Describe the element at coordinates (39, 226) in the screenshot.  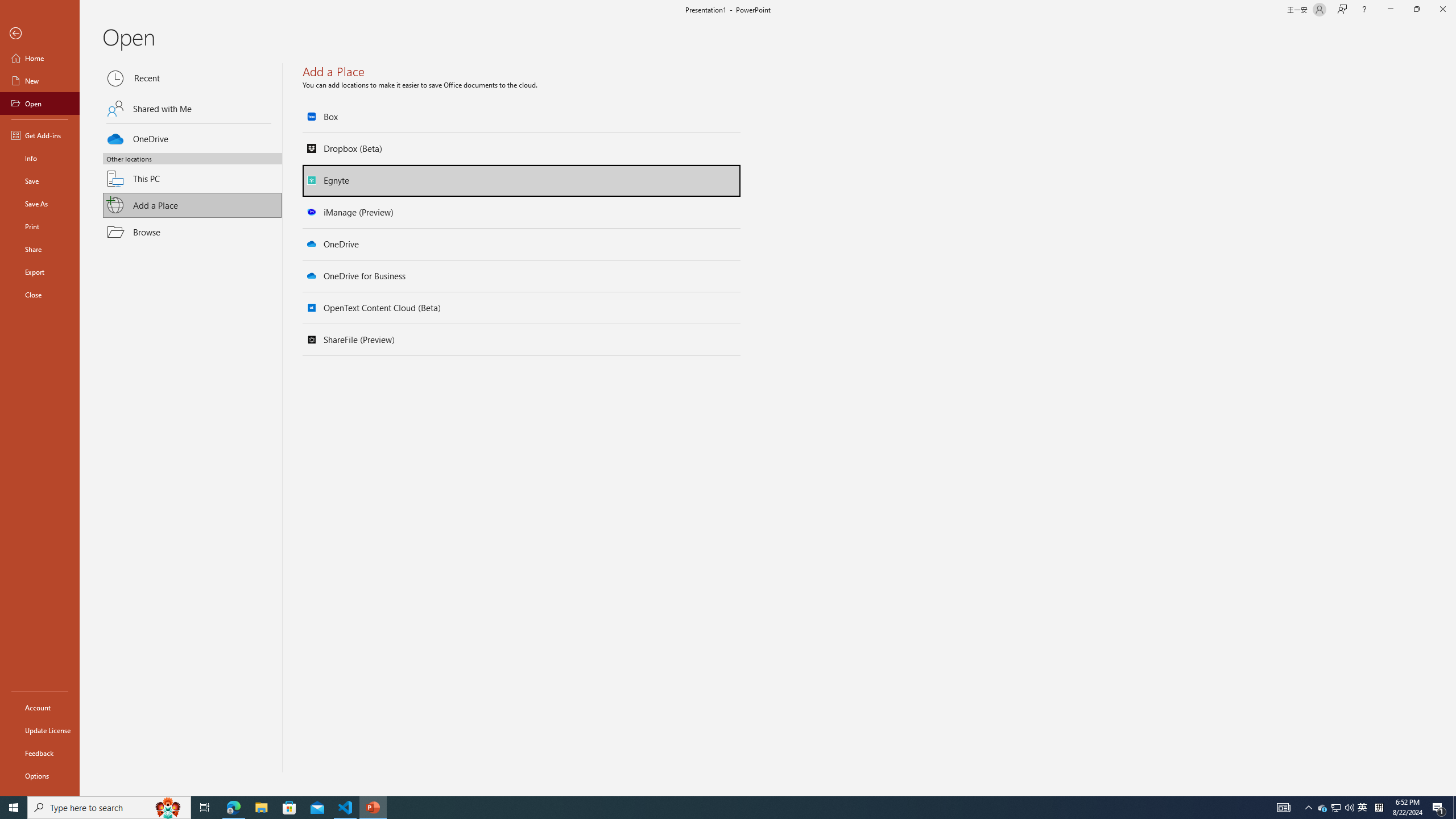
I see `'Print'` at that location.